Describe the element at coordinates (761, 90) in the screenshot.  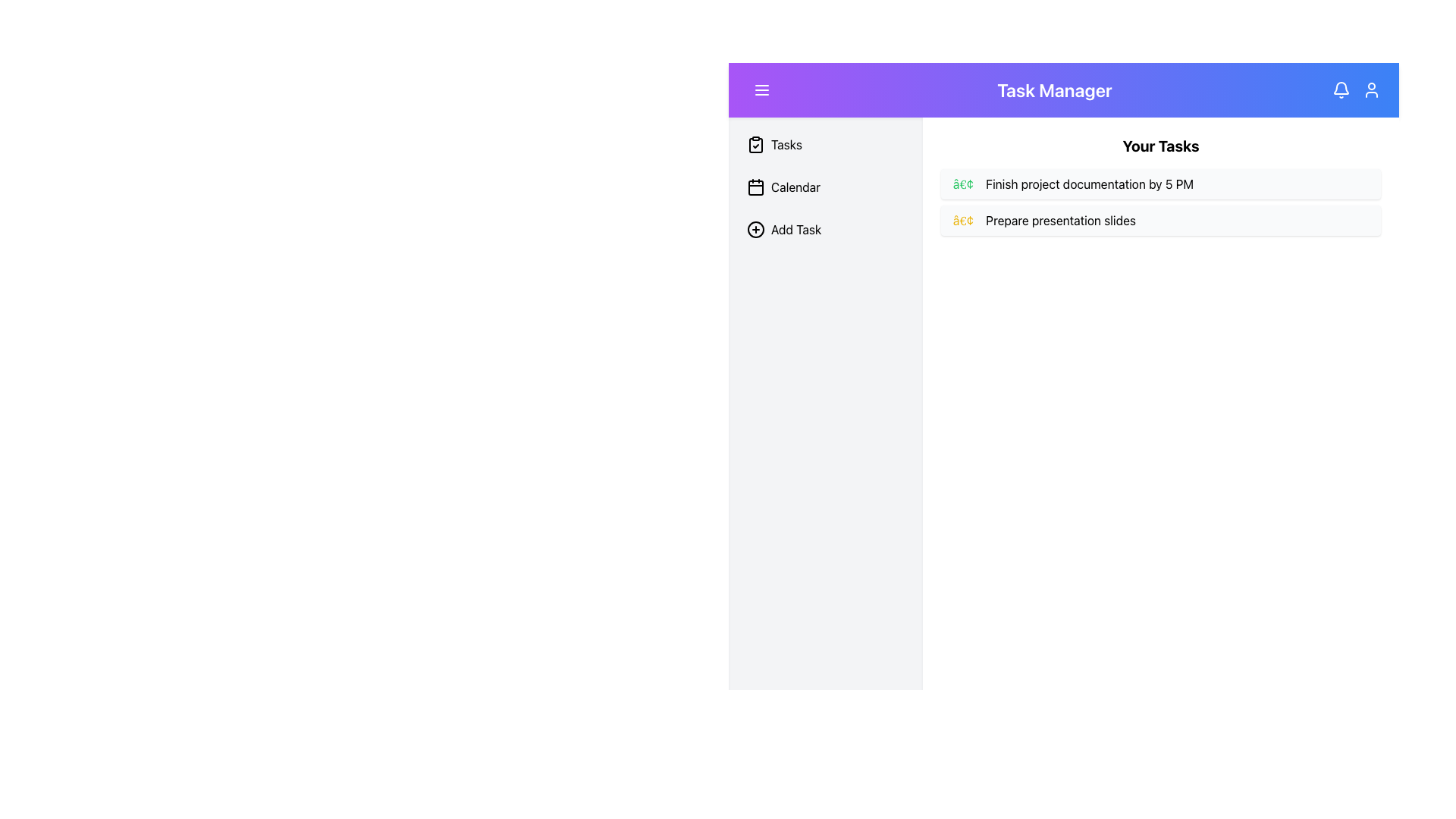
I see `the hamburger menu icon with three horizontal lines located on the vibrant purple header bar` at that location.